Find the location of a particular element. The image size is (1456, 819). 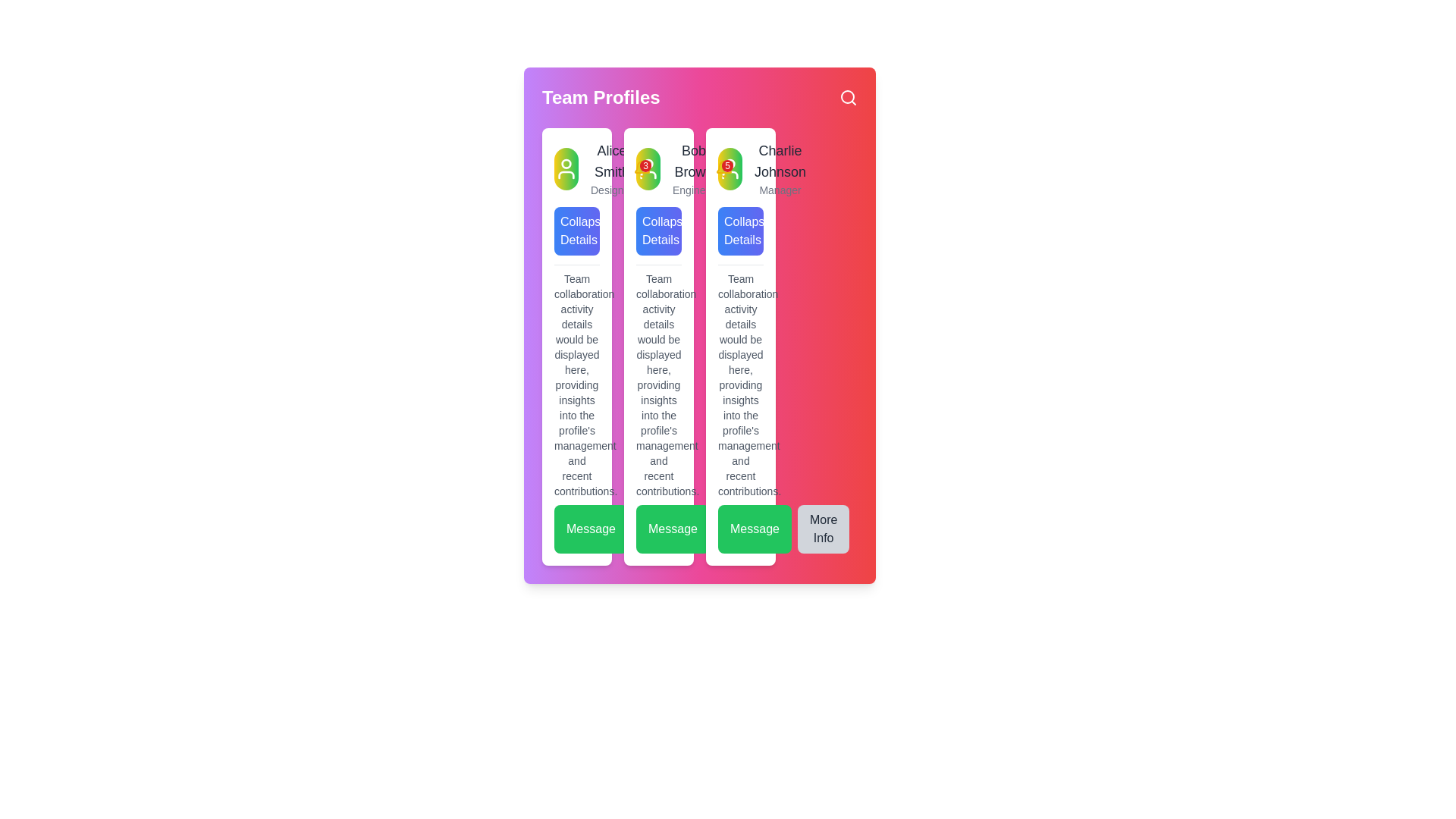

the largest text block that provides detailed information about team collaboration activity, located in the middle section of the profile card is located at coordinates (576, 408).